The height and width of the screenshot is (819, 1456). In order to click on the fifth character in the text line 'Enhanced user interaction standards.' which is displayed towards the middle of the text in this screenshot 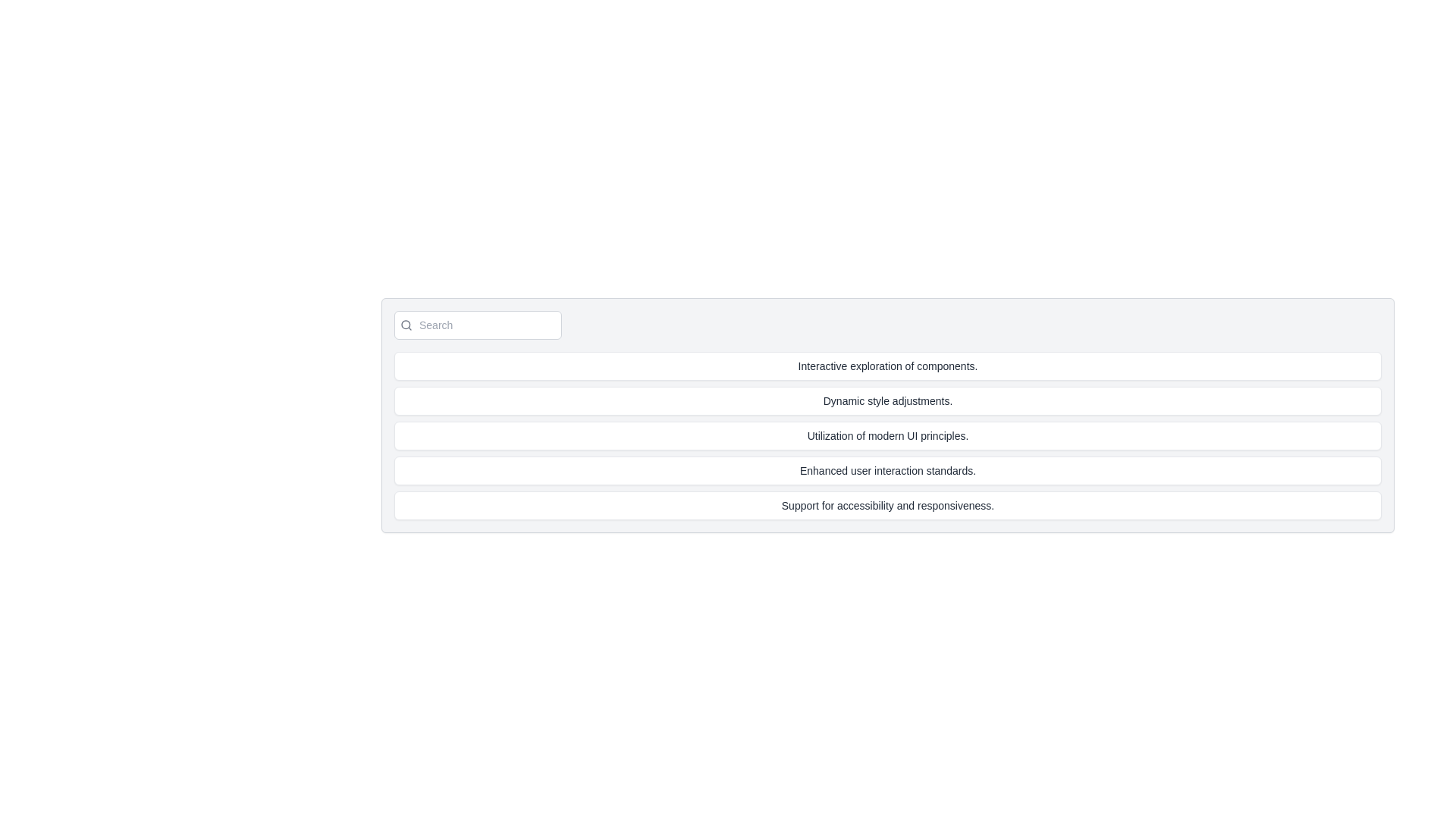, I will do `click(814, 470)`.